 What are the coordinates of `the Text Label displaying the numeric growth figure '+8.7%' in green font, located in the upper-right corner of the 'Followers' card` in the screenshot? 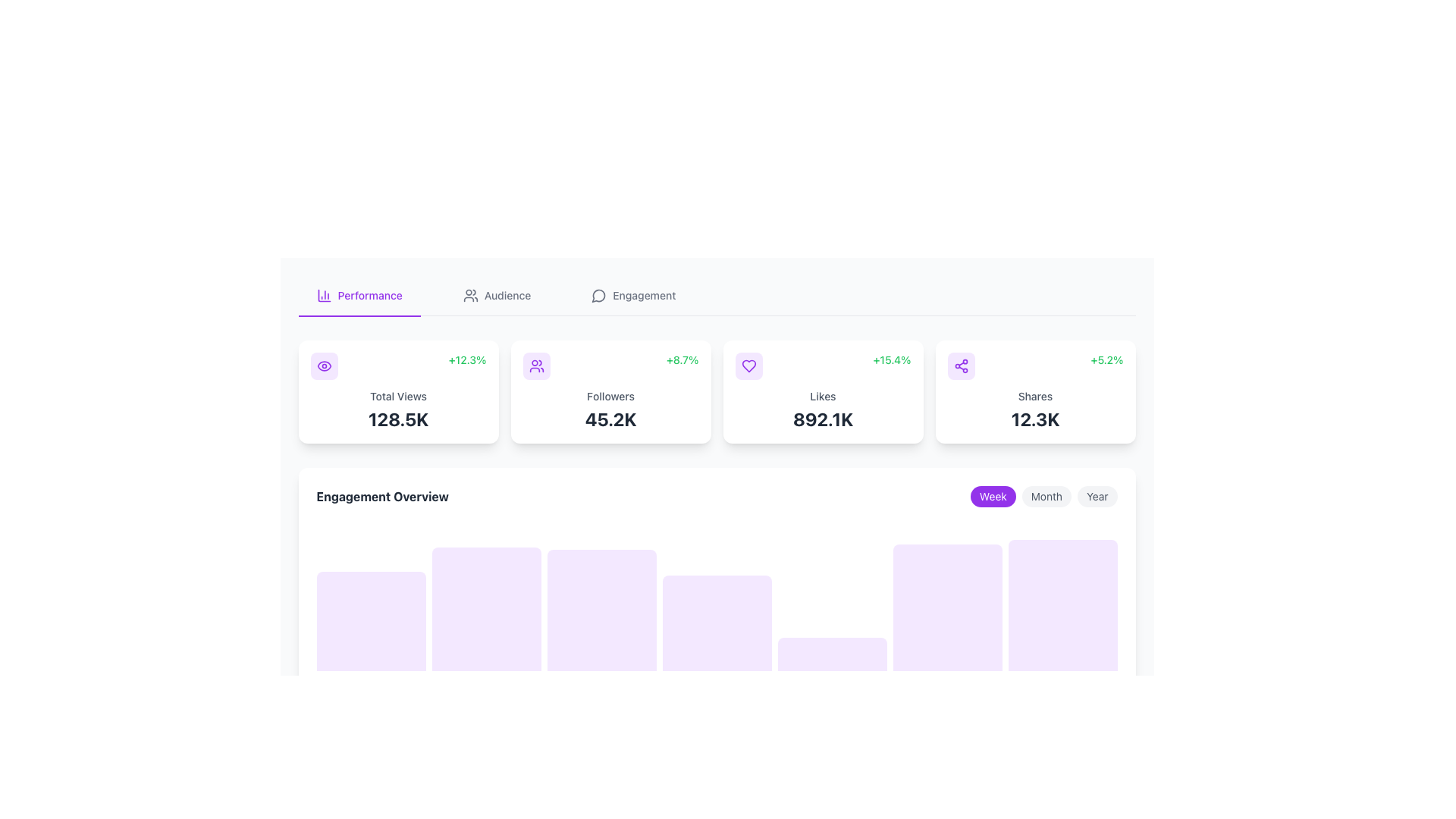 It's located at (682, 359).